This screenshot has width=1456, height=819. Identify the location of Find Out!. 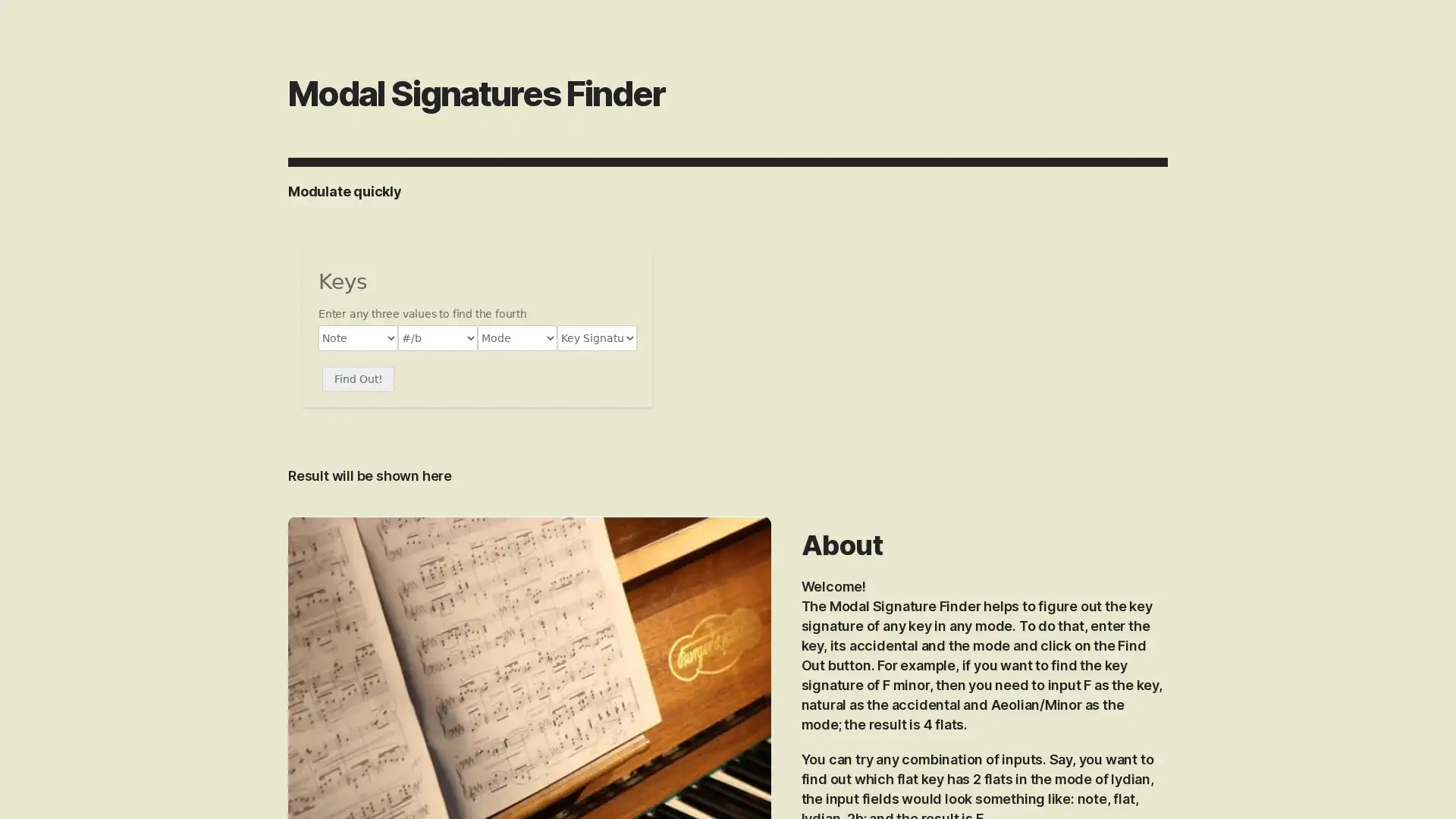
(357, 378).